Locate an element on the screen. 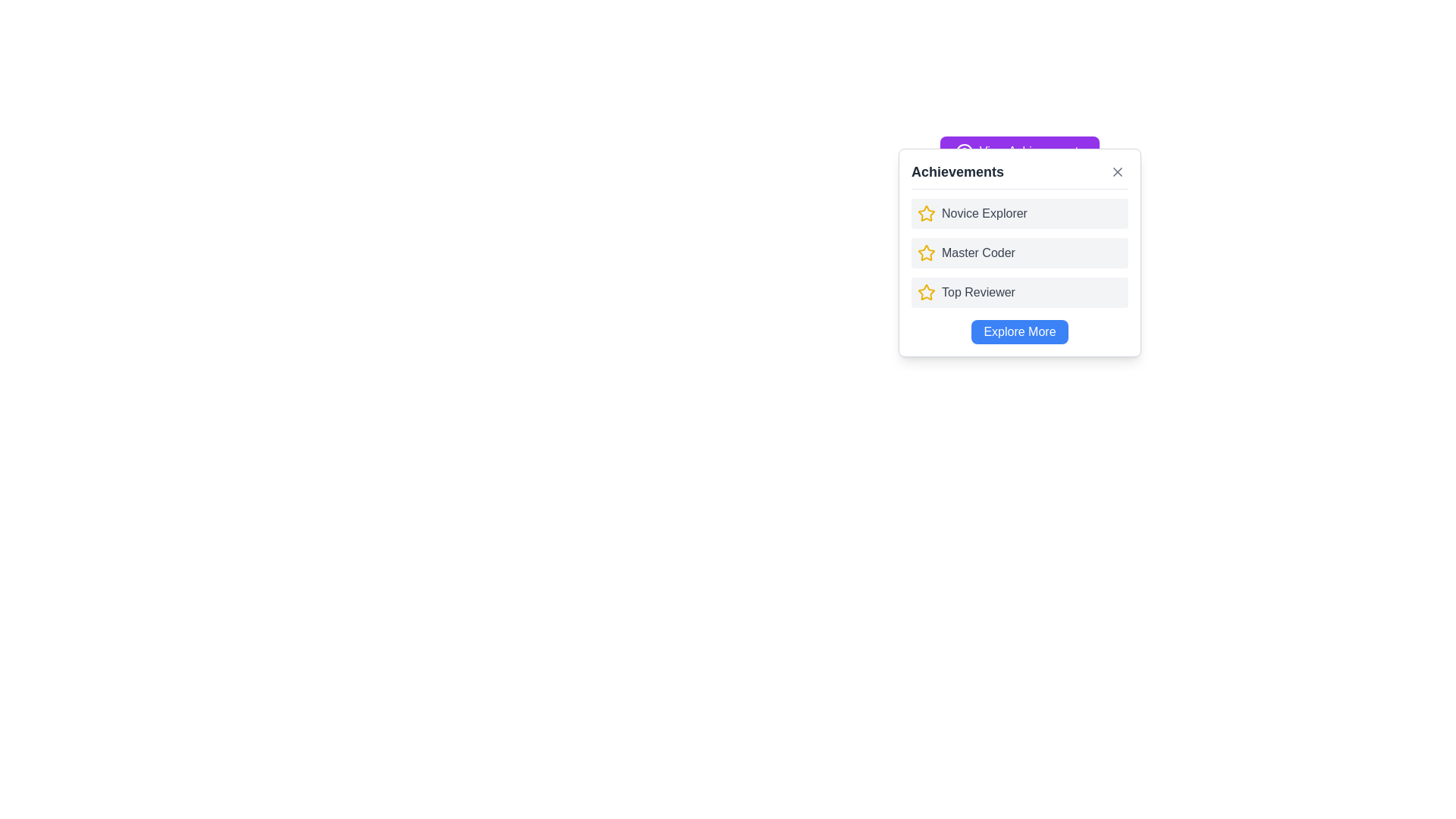 This screenshot has width=1456, height=819. the star icon representing the 'Top Reviewer' achievement located in the third row of the 'Achievements' section of the modal window is located at coordinates (926, 292).